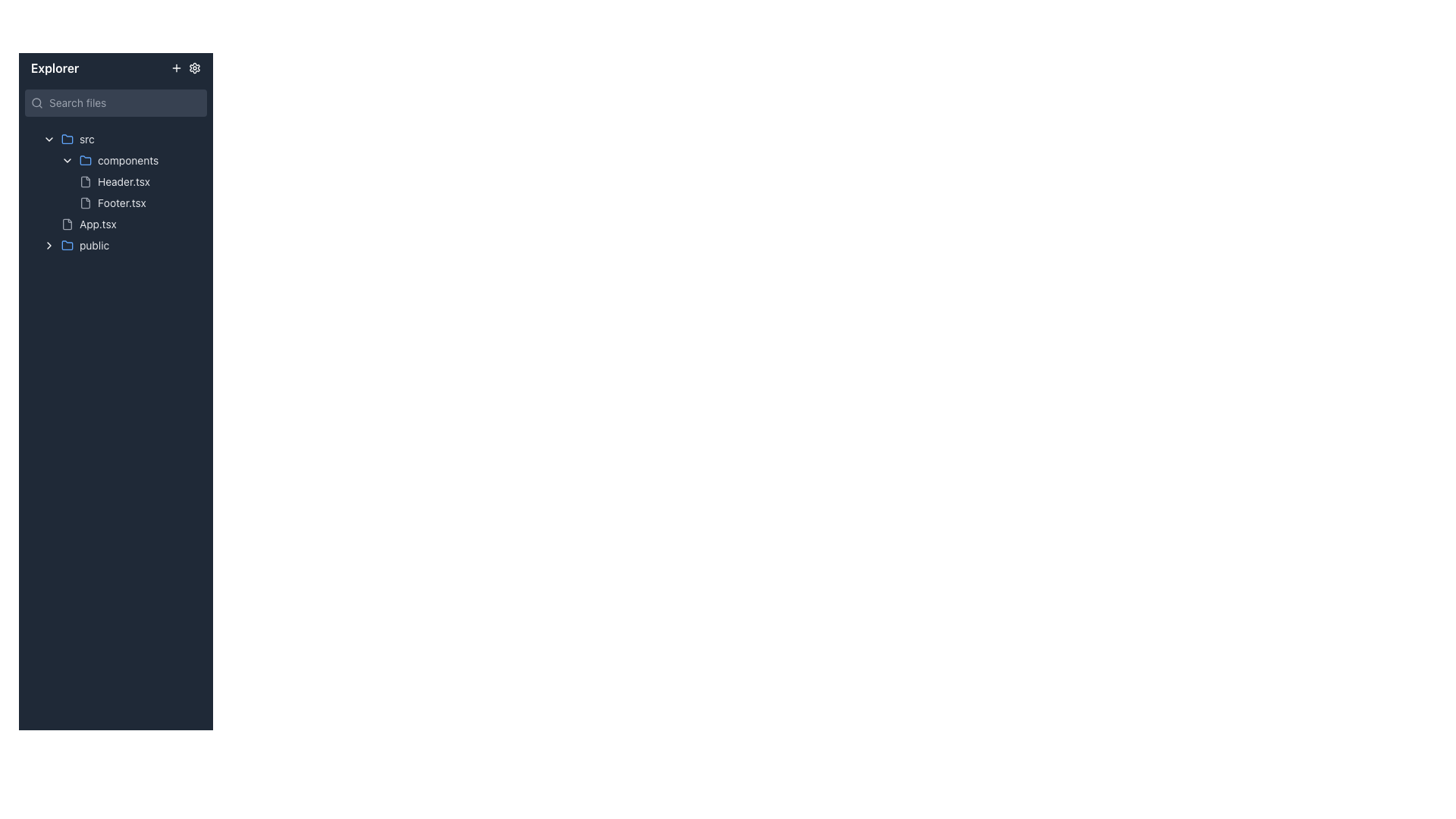 This screenshot has width=1456, height=819. I want to click on the leading icon representing the 'Header.tsx' file, which is positioned to the leftmost part of the section, before the text label 'Header.tsx', so click(85, 180).